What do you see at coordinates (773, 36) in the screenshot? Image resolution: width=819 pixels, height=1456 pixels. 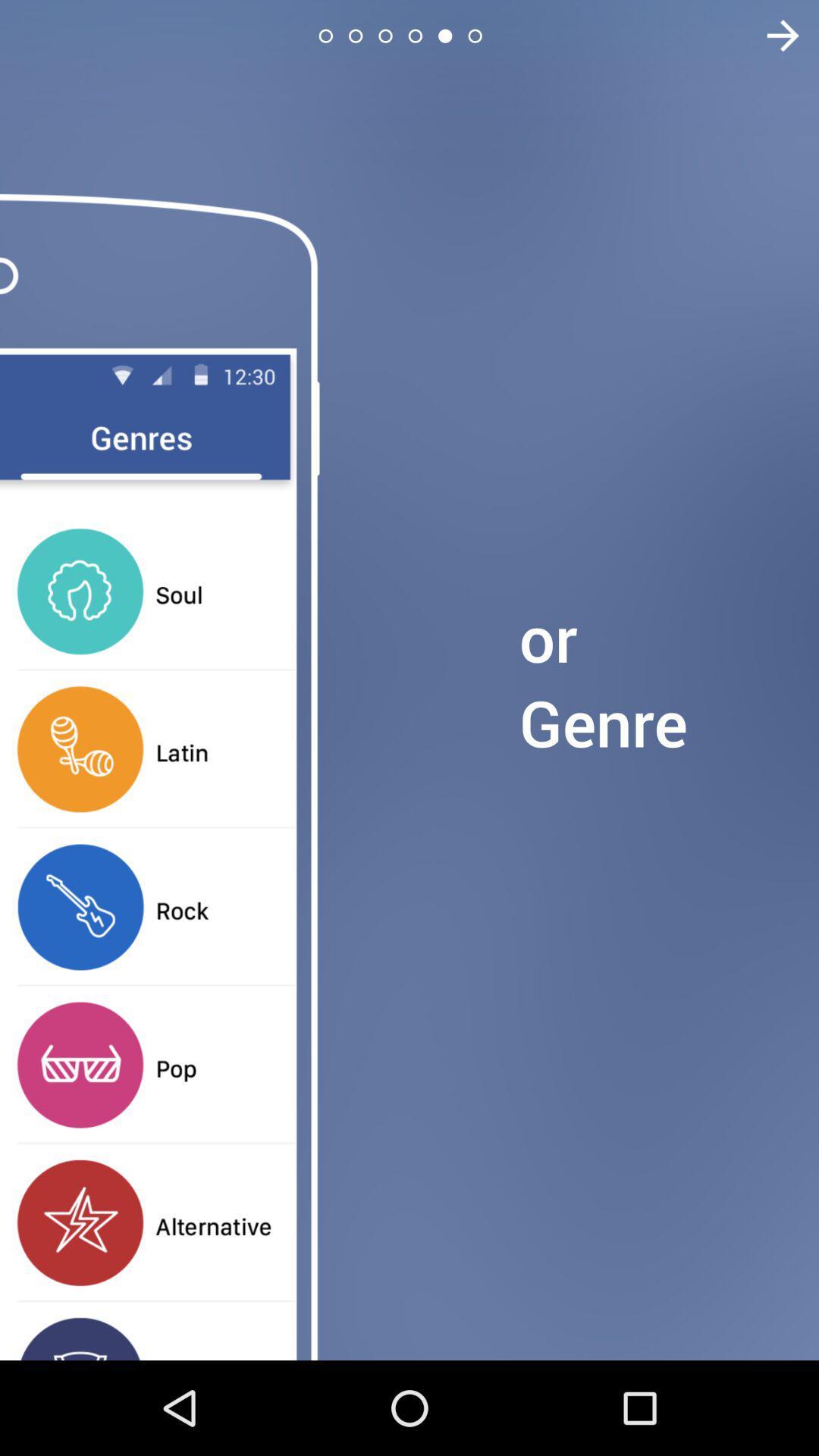 I see `the add icon` at bounding box center [773, 36].